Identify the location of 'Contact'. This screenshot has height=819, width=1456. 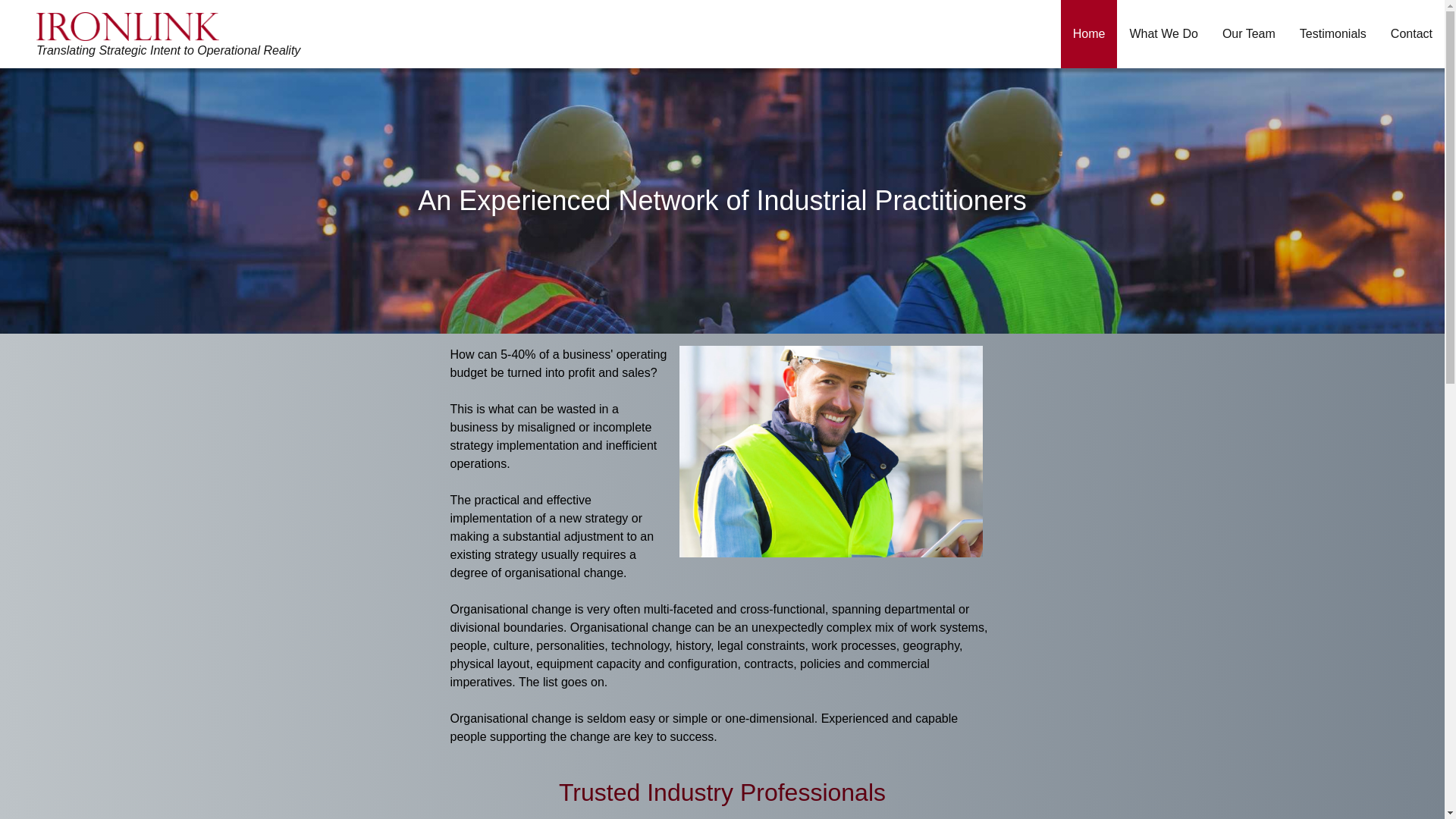
(1410, 34).